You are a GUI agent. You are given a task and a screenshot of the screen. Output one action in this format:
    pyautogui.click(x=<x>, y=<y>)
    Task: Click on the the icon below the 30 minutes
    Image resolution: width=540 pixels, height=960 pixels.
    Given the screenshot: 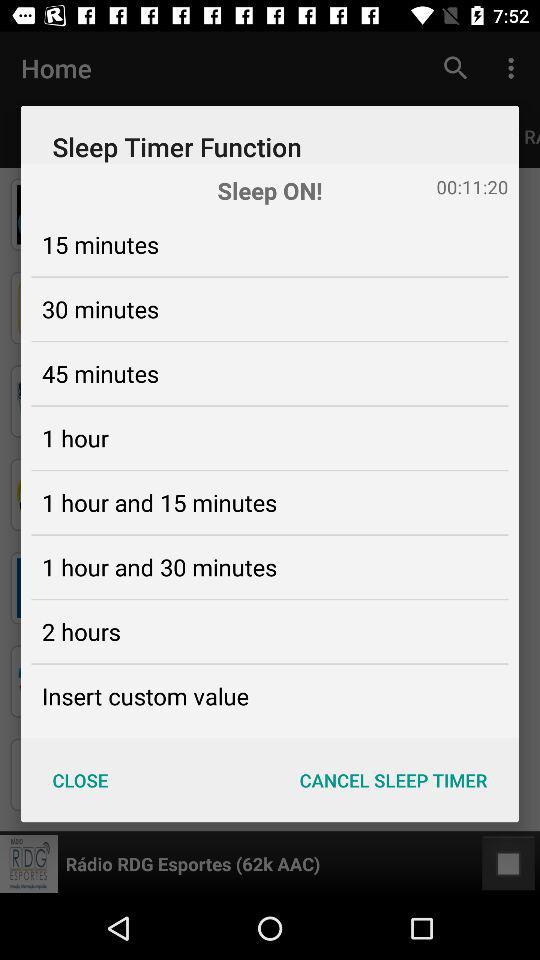 What is the action you would take?
    pyautogui.click(x=99, y=372)
    